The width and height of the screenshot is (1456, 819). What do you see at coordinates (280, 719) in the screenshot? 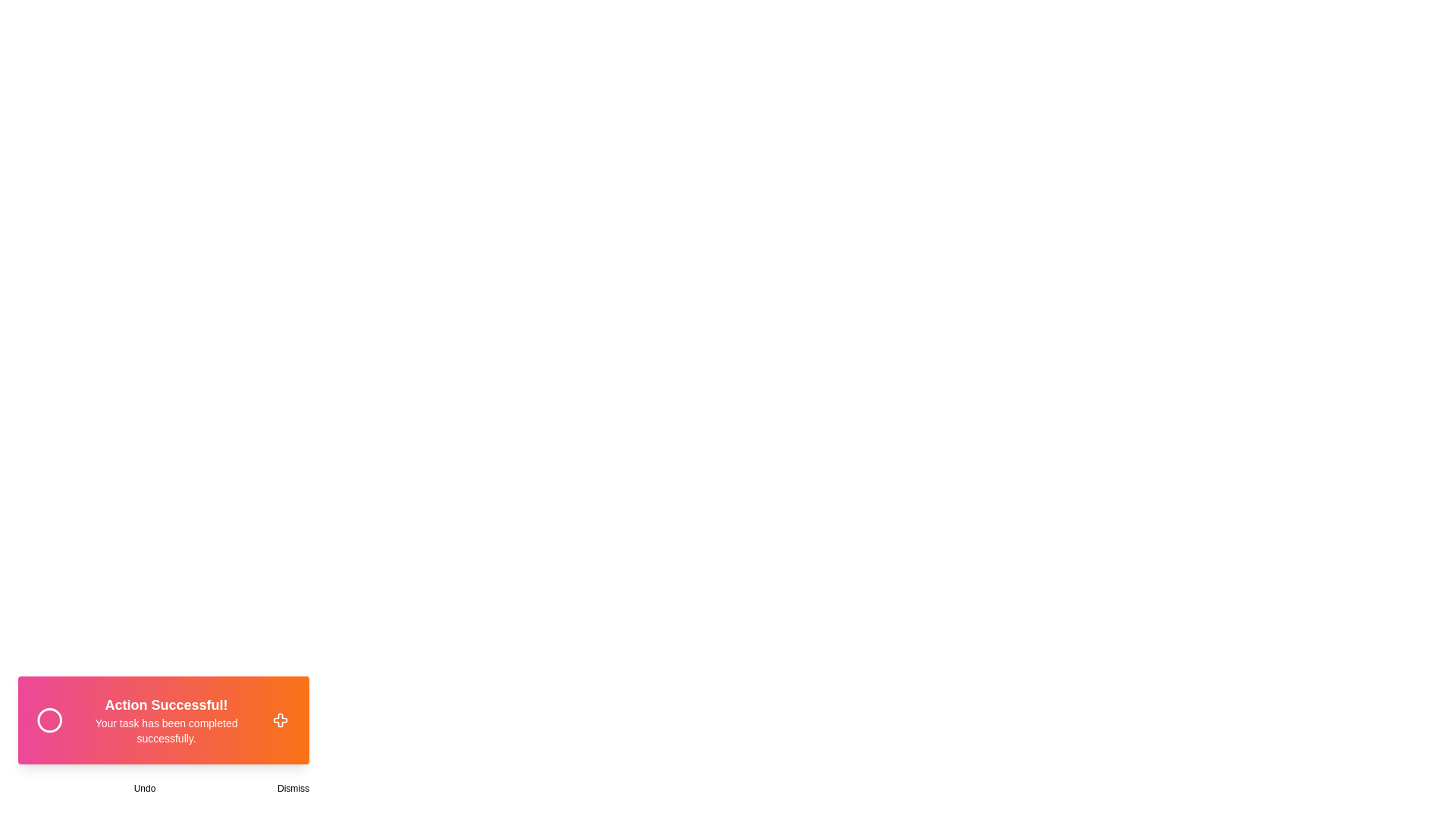
I see `close button to hide the snackbar` at bounding box center [280, 719].